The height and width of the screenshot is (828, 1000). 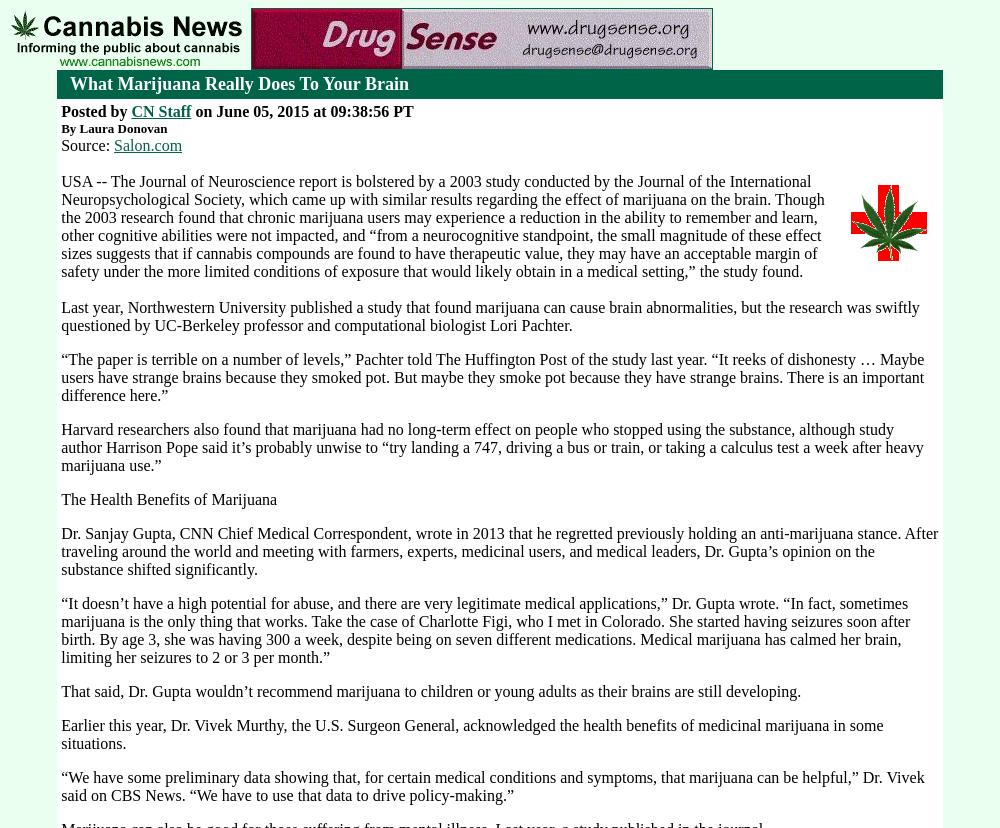 What do you see at coordinates (431, 691) in the screenshot?
I see `'That said, Dr. Gupta wouldn’t recommend marijuana to children or young adults as their brains are still developing.'` at bounding box center [431, 691].